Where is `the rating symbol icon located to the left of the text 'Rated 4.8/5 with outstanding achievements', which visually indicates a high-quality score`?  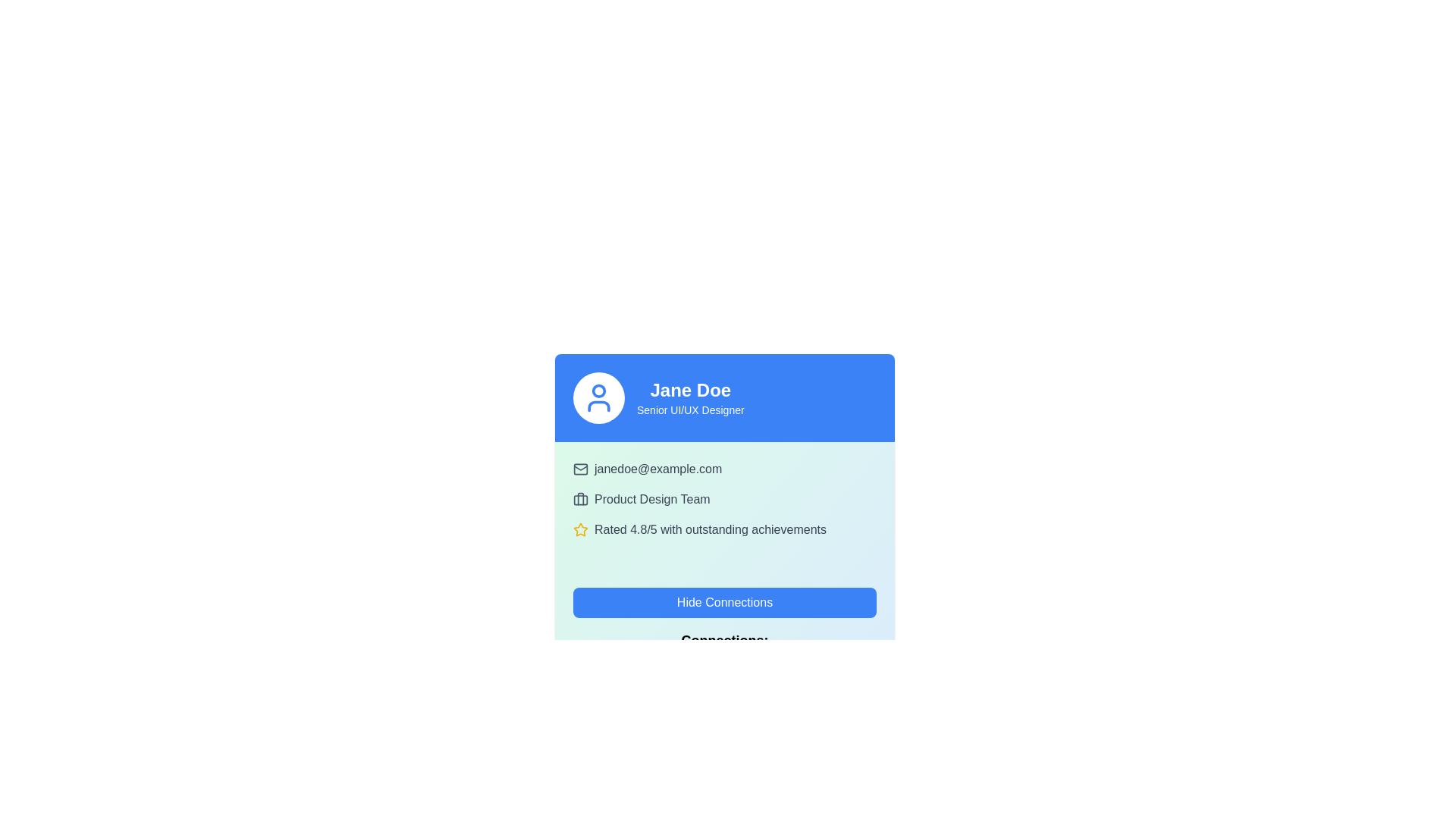 the rating symbol icon located to the left of the text 'Rated 4.8/5 with outstanding achievements', which visually indicates a high-quality score is located at coordinates (580, 529).